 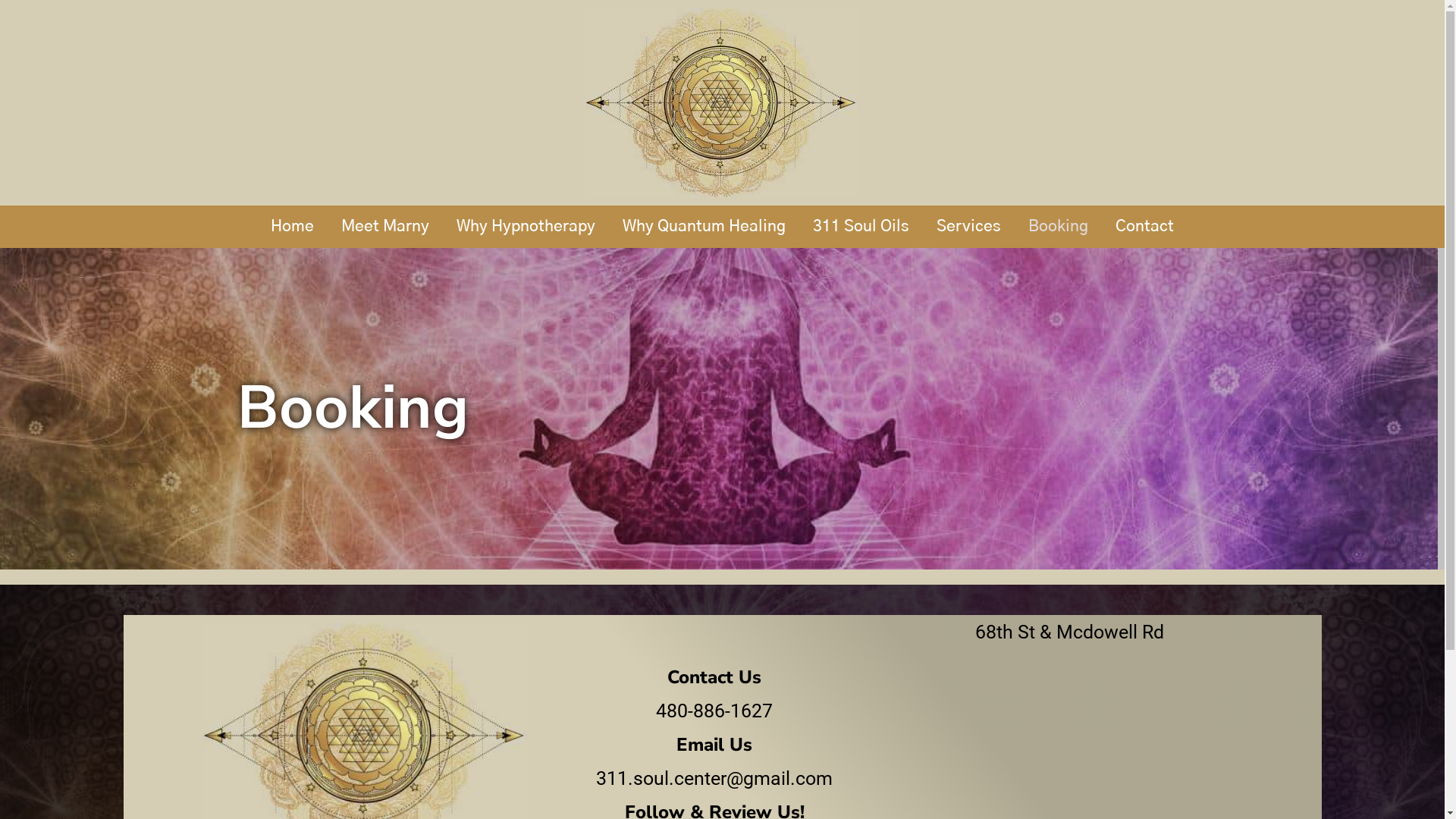 What do you see at coordinates (1144, 227) in the screenshot?
I see `'Contact'` at bounding box center [1144, 227].